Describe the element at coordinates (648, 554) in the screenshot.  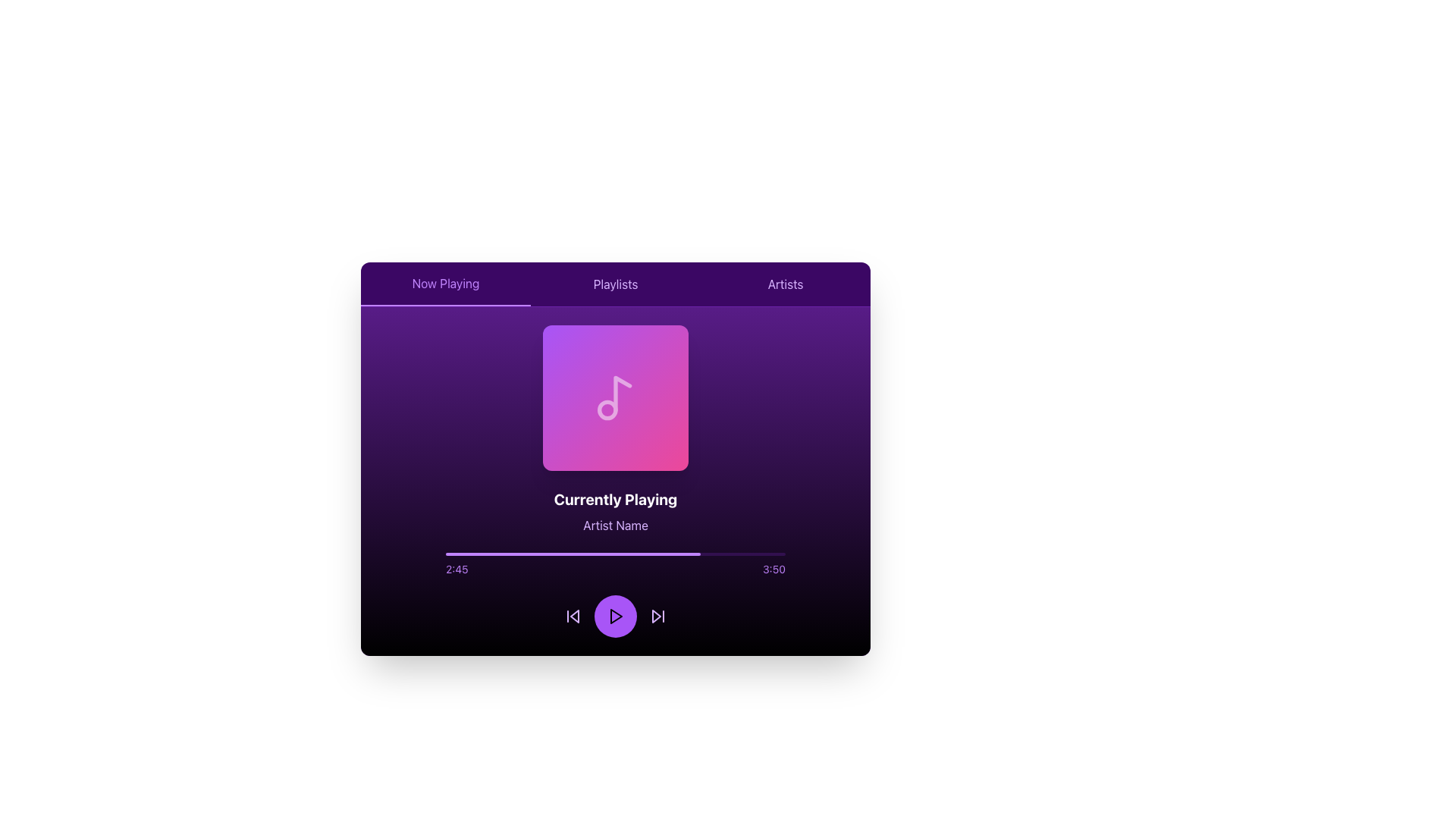
I see `the media playback position` at that location.